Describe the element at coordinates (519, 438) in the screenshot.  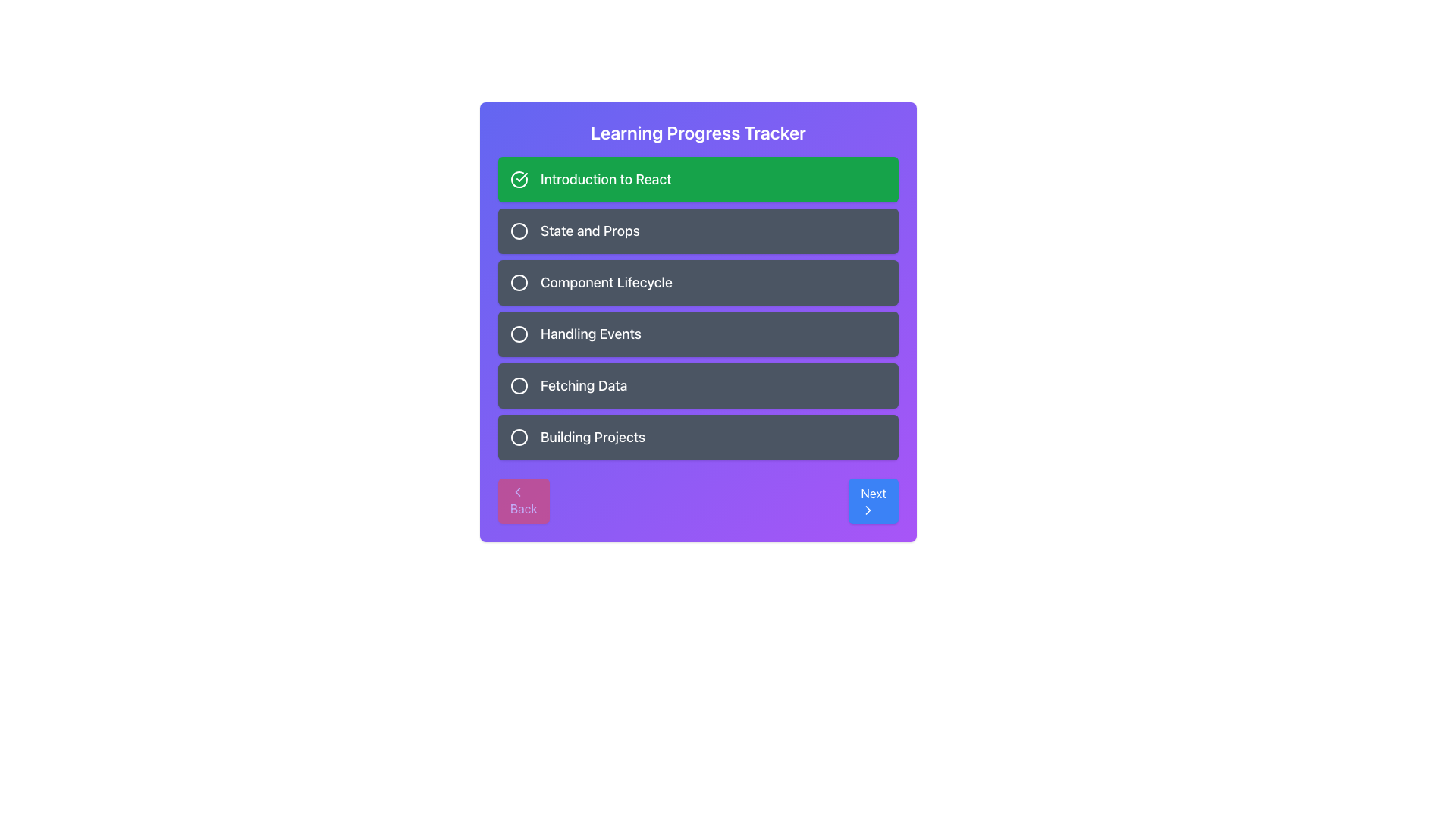
I see `the inner circular graphic of the red-tinted icon representing the 'Building Projects' topic in the course stages list` at that location.